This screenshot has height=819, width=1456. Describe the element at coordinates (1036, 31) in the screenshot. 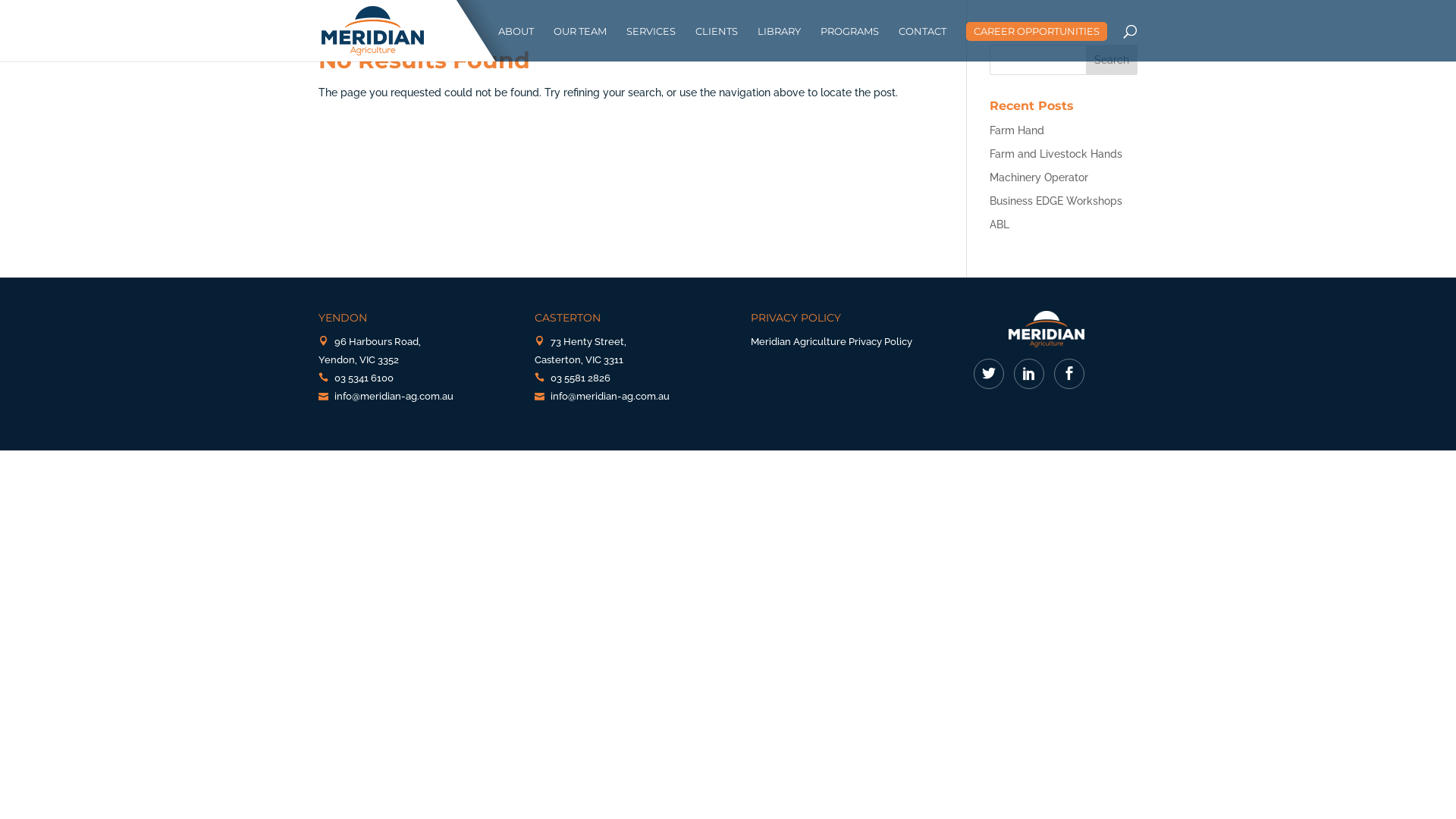

I see `'CAREER OPPORTUNITIES'` at that location.